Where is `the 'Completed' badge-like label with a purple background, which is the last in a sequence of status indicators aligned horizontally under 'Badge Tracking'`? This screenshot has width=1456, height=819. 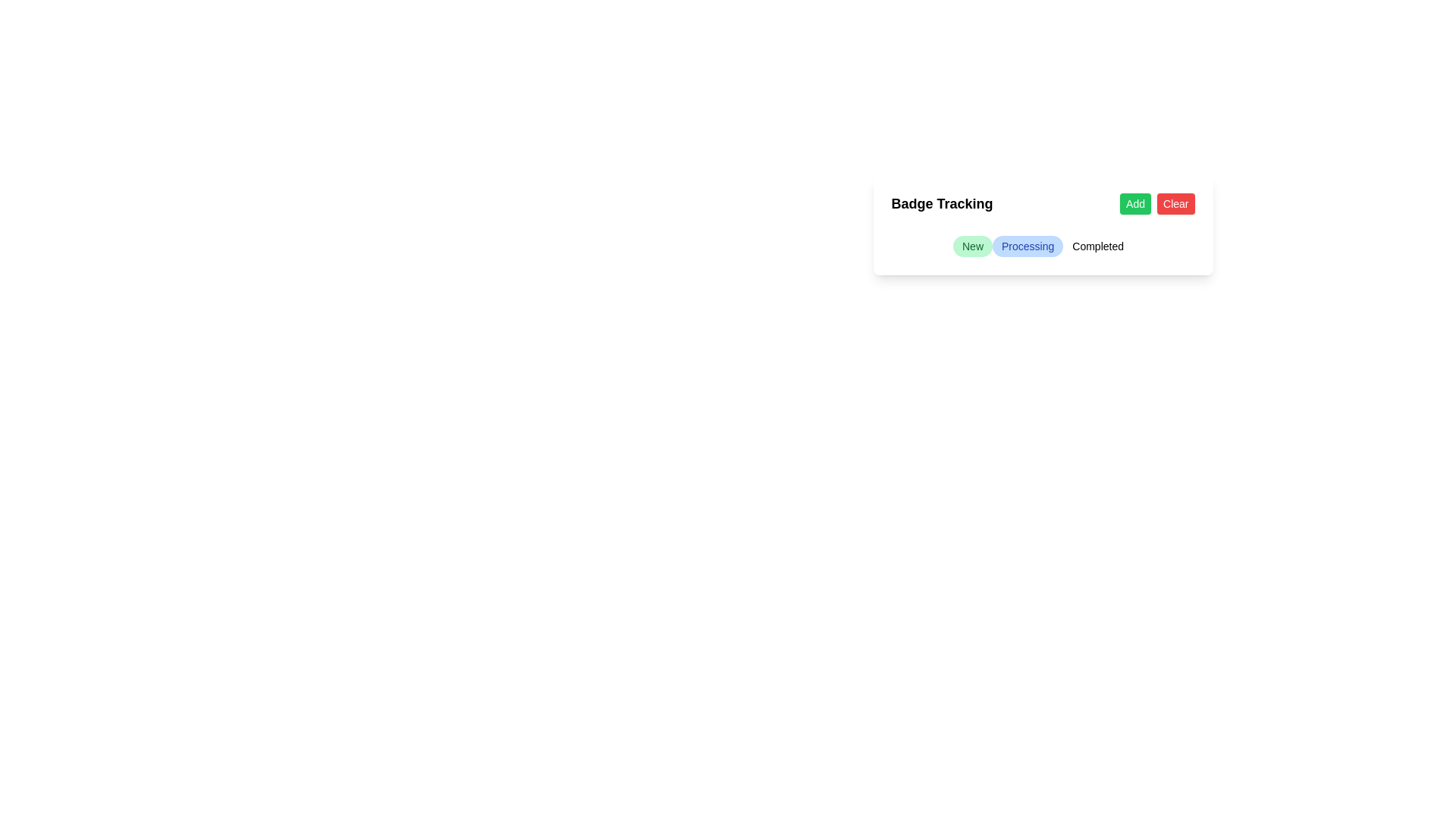
the 'Completed' badge-like label with a purple background, which is the last in a sequence of status indicators aligned horizontally under 'Badge Tracking' is located at coordinates (1098, 245).